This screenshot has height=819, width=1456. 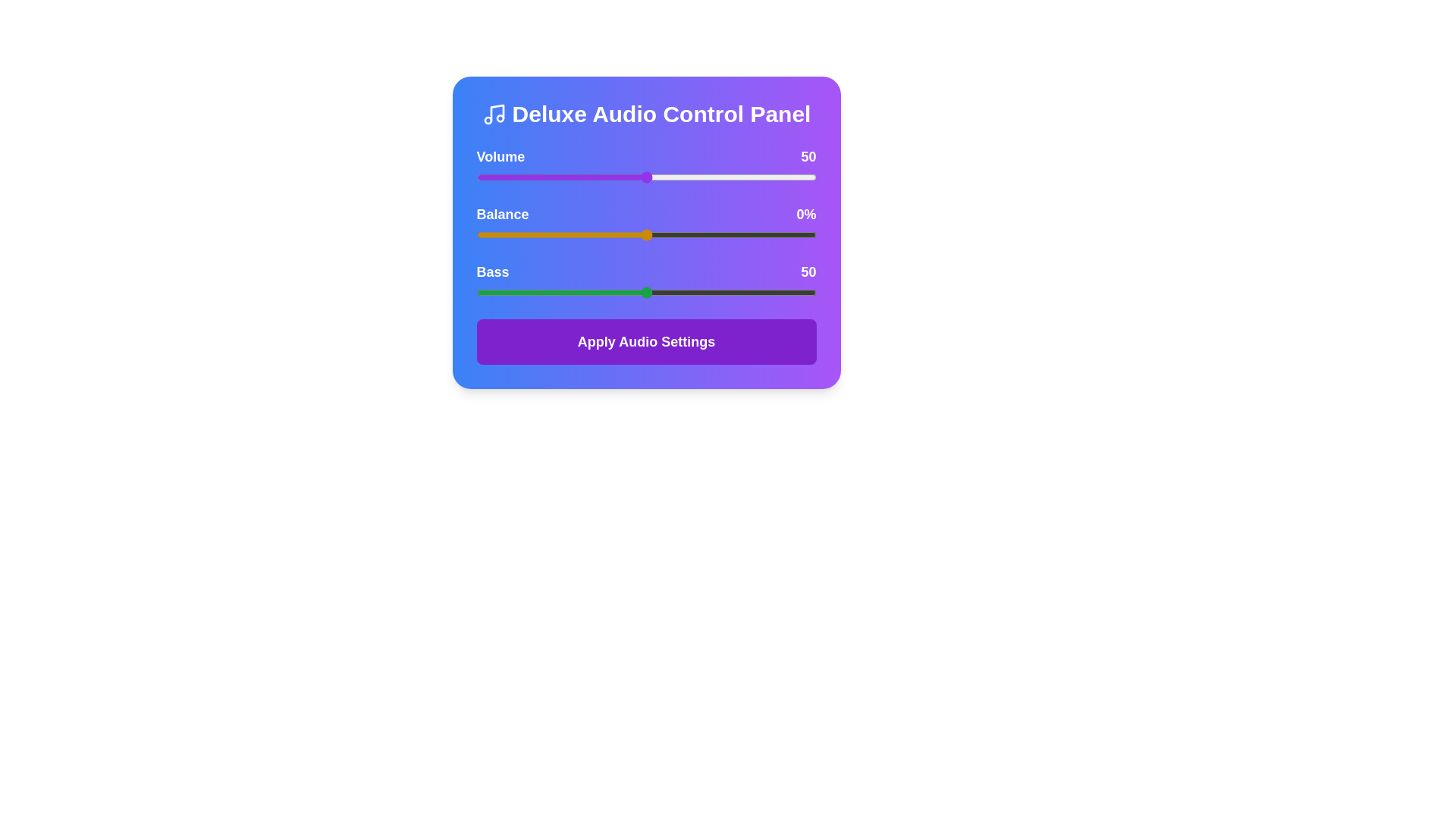 I want to click on the text display field that shows the current setting or level of the 'Bass' parameter, located in the top-right corner of the purple panel next to the label 'Bass', so click(x=808, y=157).